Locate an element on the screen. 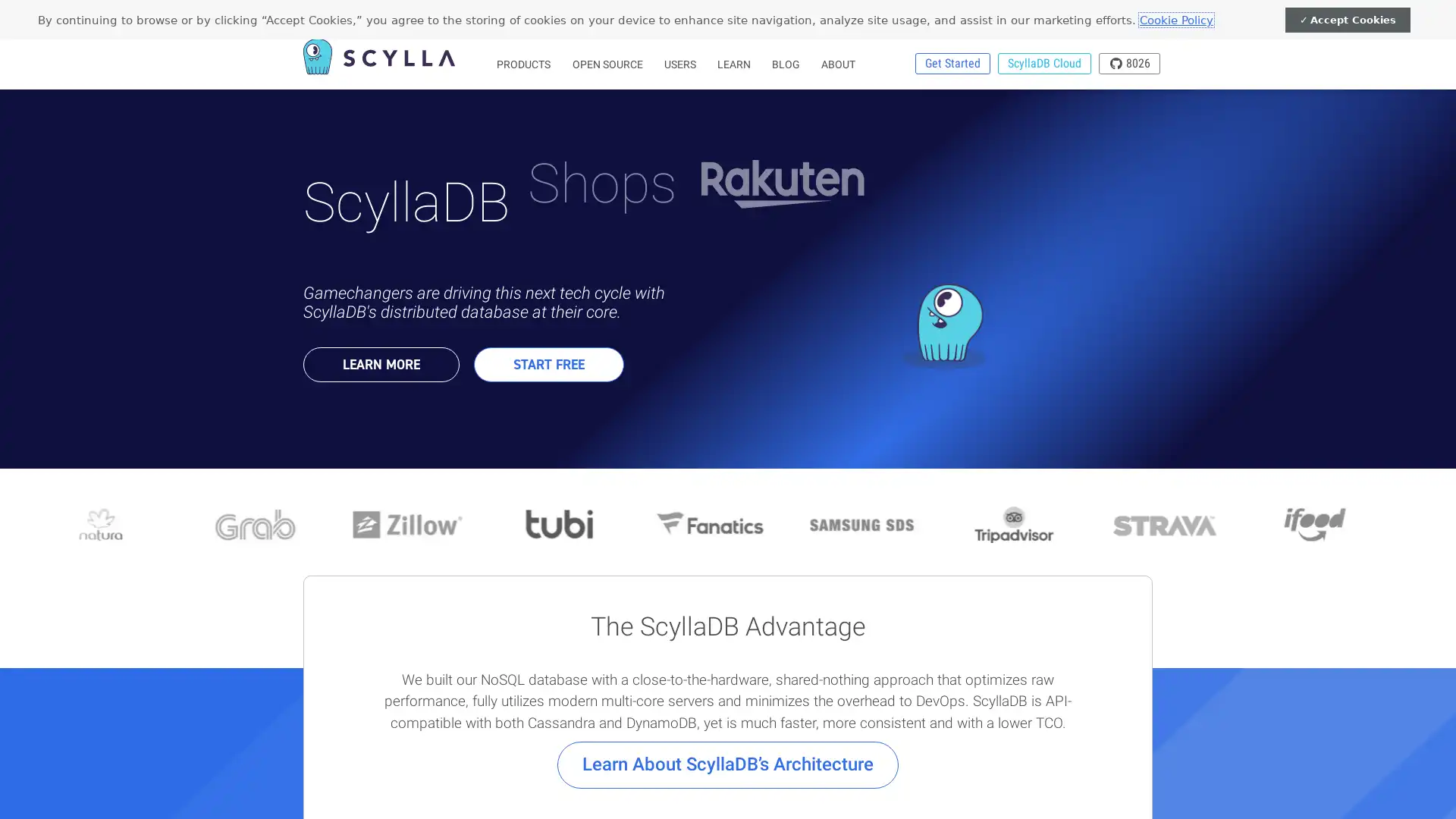 This screenshot has width=1456, height=819. Accept Cookies is located at coordinates (1348, 20).